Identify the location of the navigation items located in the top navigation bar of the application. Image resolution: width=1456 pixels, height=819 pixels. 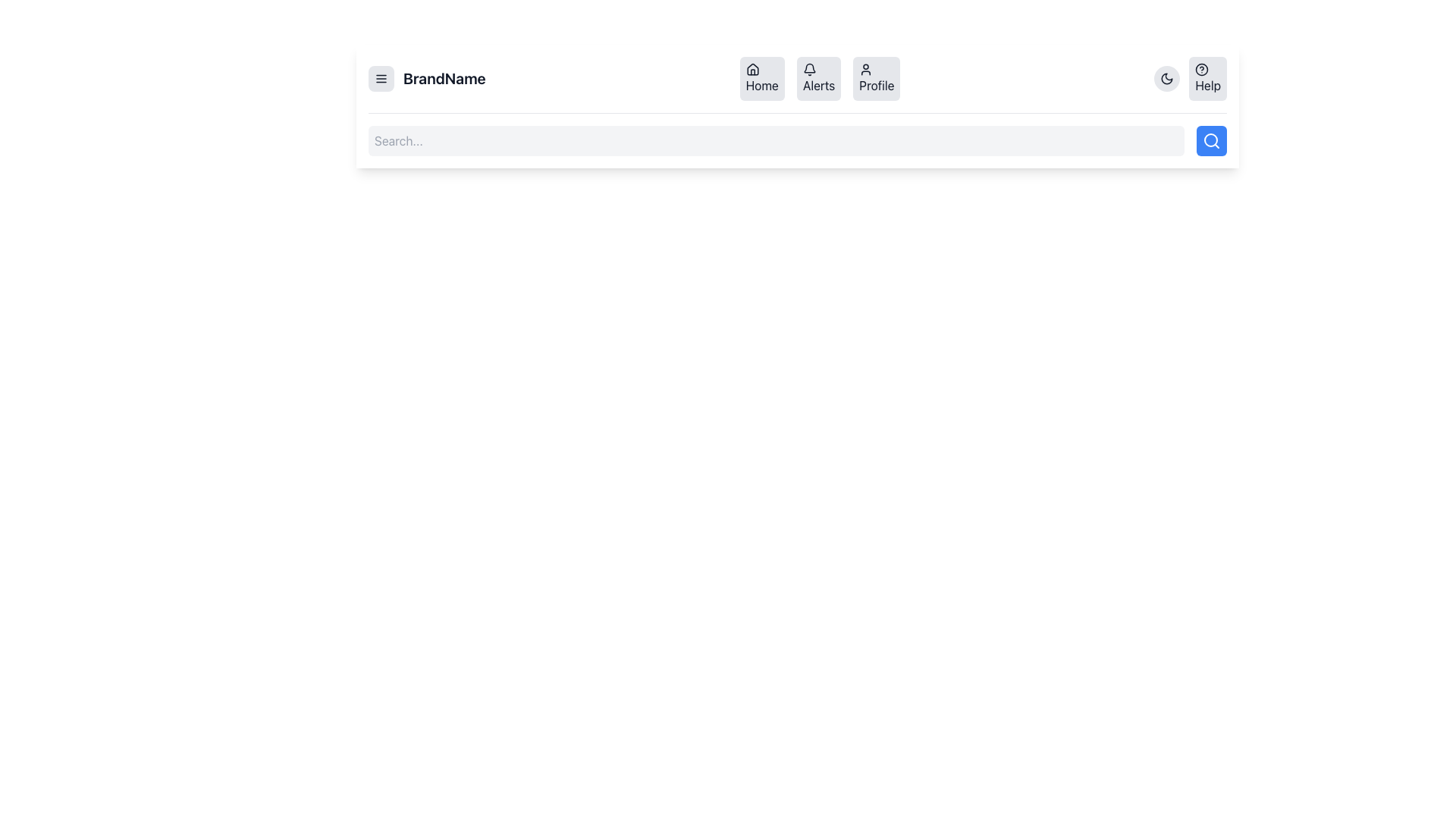
(796, 79).